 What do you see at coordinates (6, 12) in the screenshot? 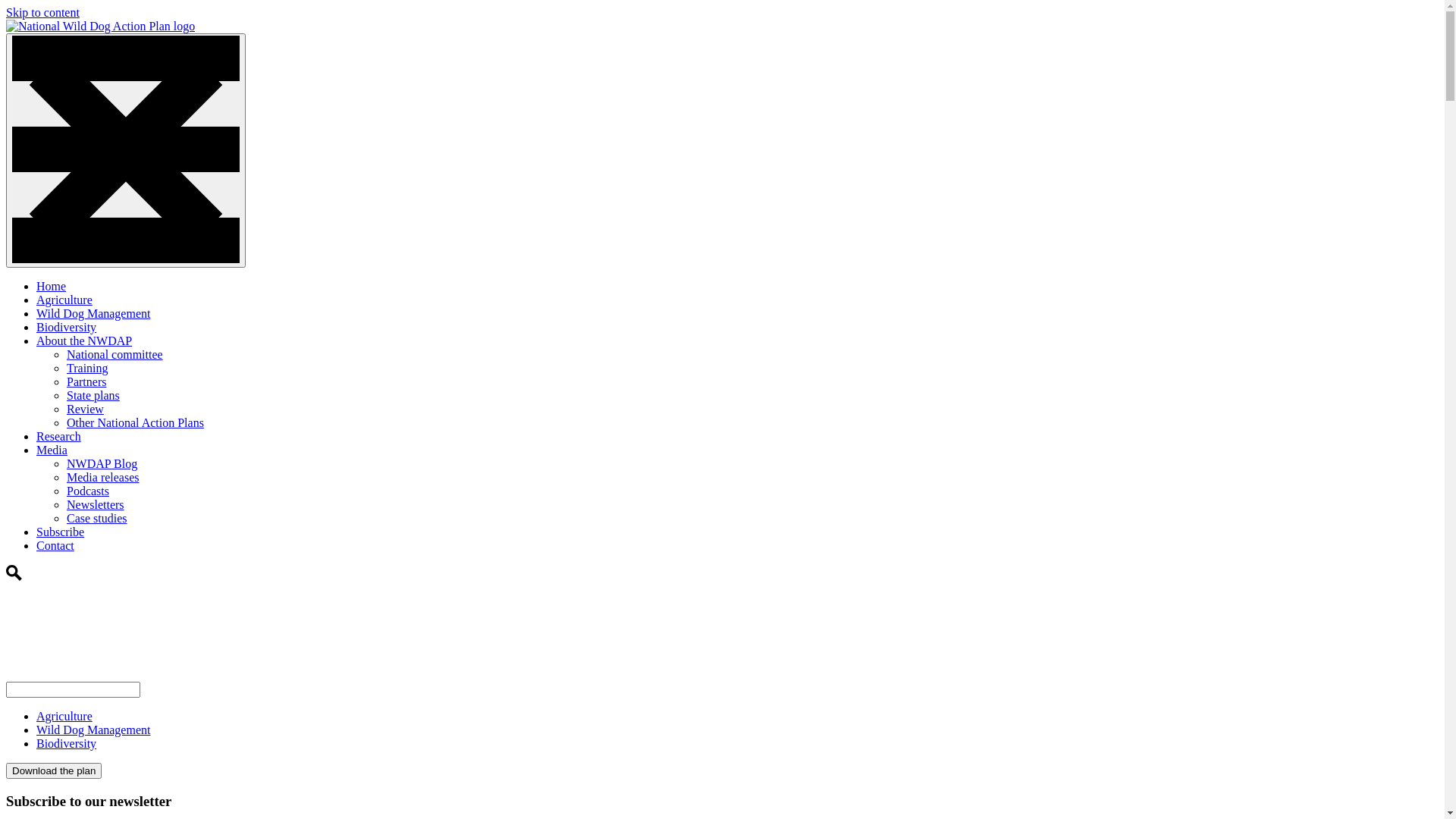
I see `'Skip to content'` at bounding box center [6, 12].